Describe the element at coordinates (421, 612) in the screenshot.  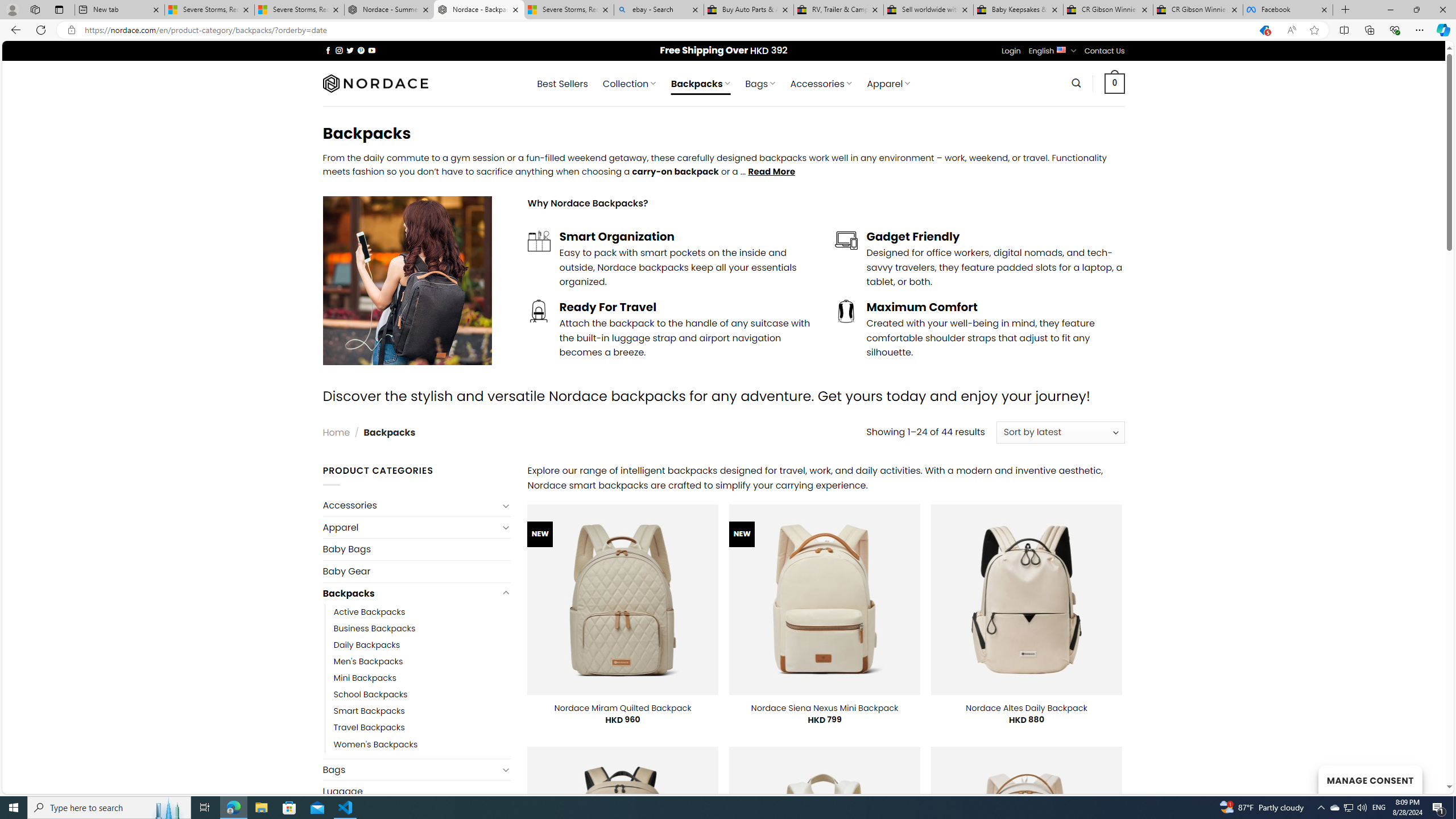
I see `'Active Backpacks'` at that location.